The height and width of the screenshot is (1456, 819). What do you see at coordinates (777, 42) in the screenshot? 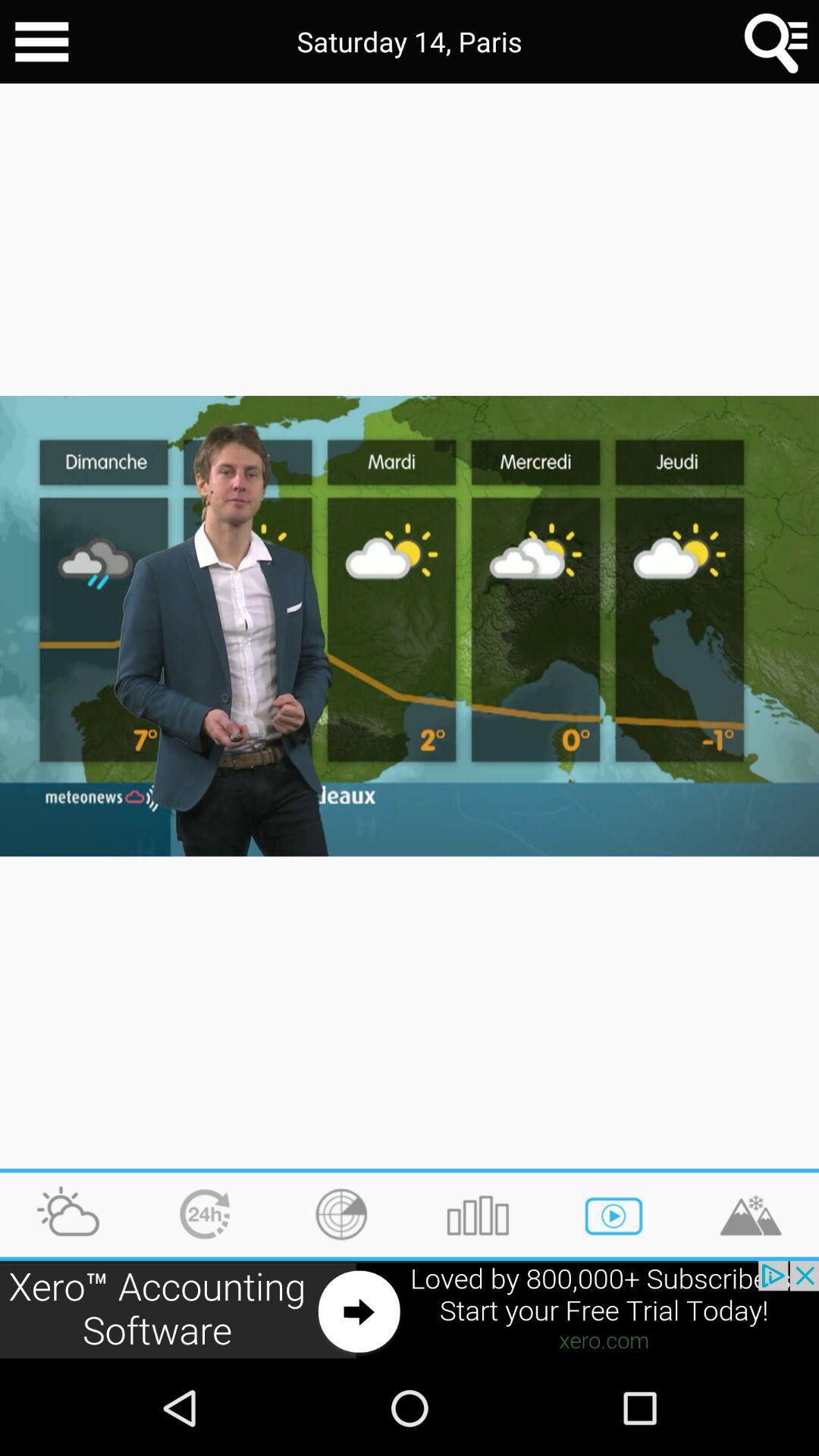
I see `search button` at bounding box center [777, 42].